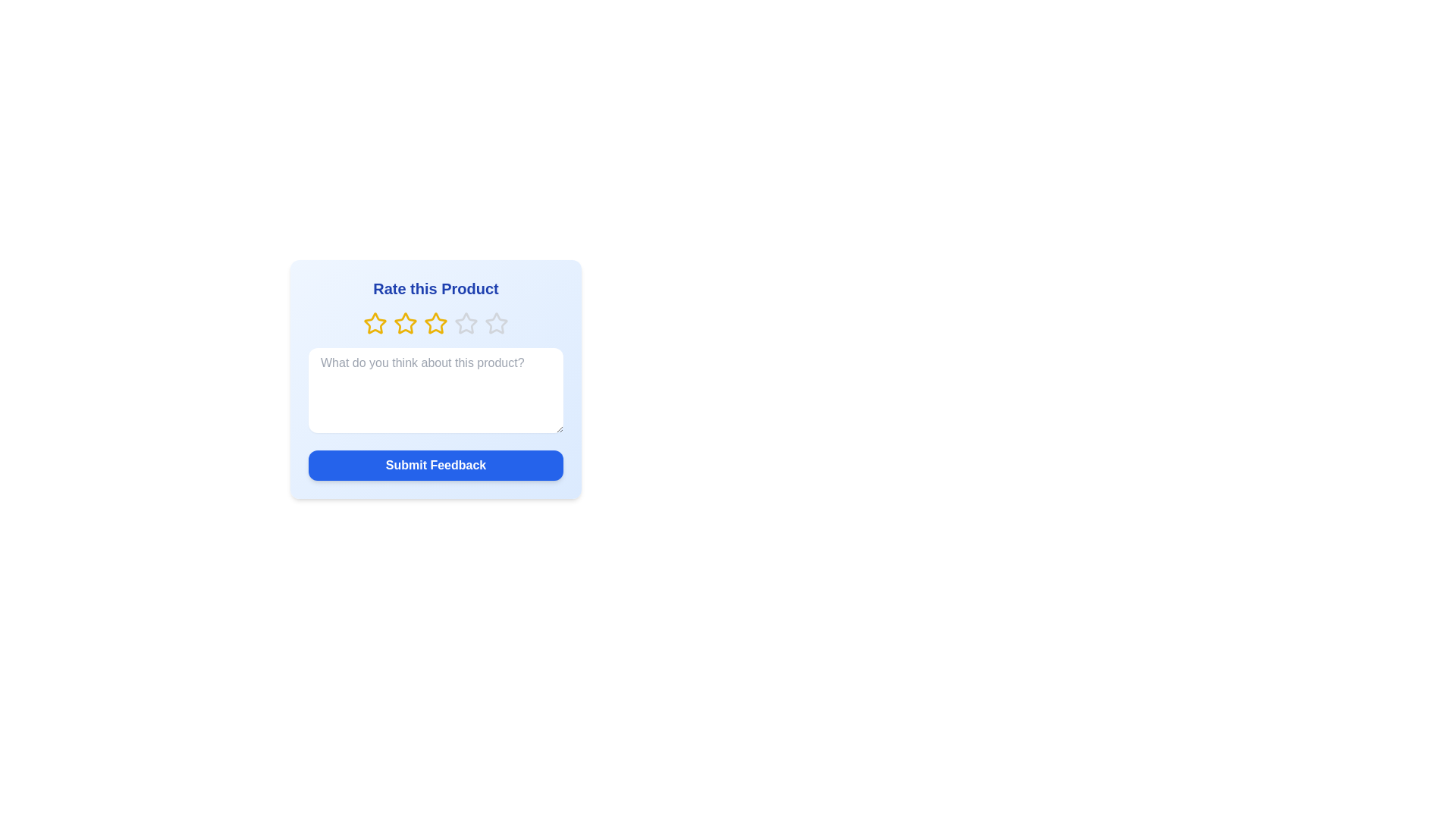  I want to click on the fourth star in the 5-star rating system, so click(465, 323).